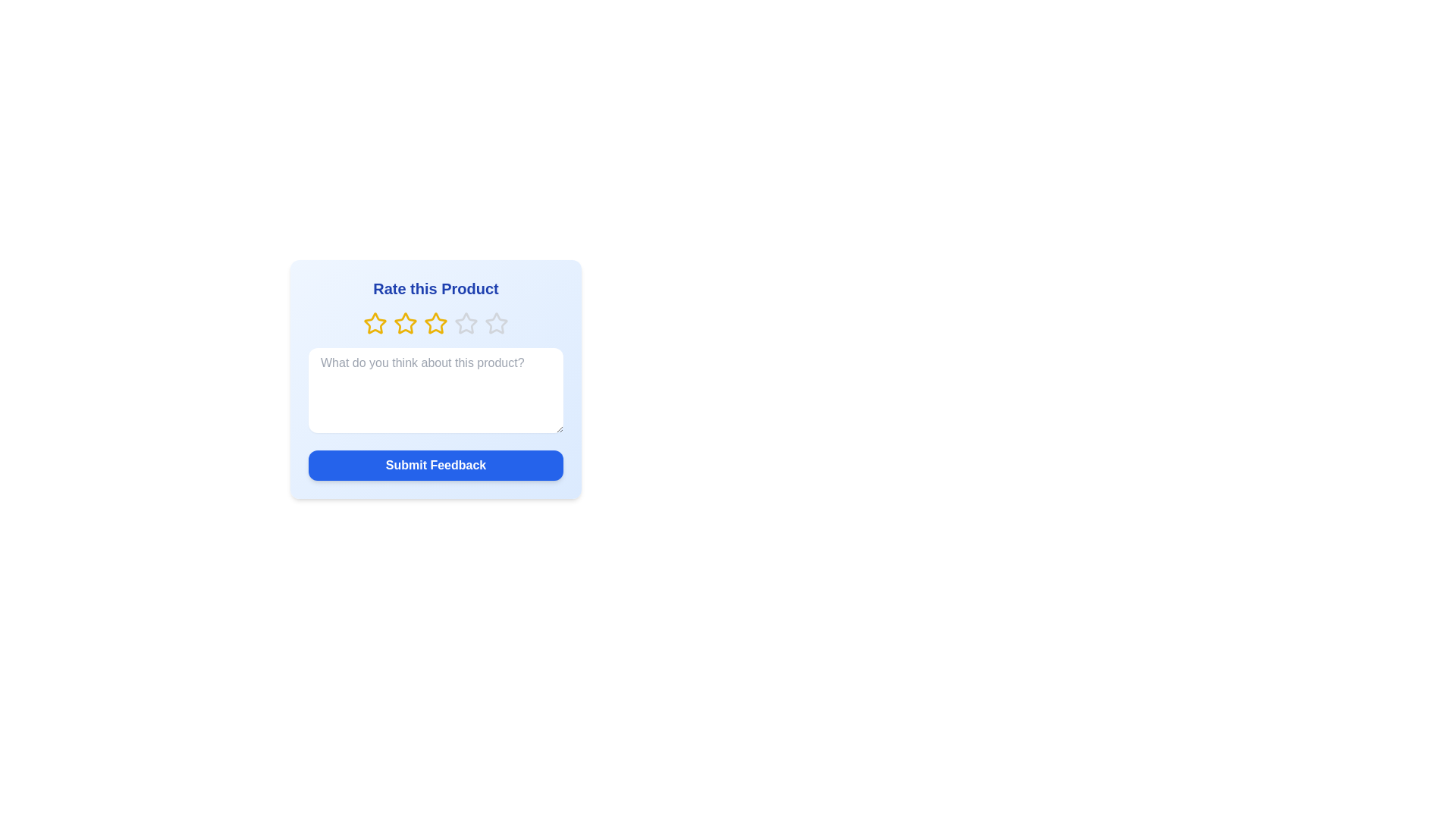  I want to click on the fourth star in the 5-star rating system, so click(465, 323).